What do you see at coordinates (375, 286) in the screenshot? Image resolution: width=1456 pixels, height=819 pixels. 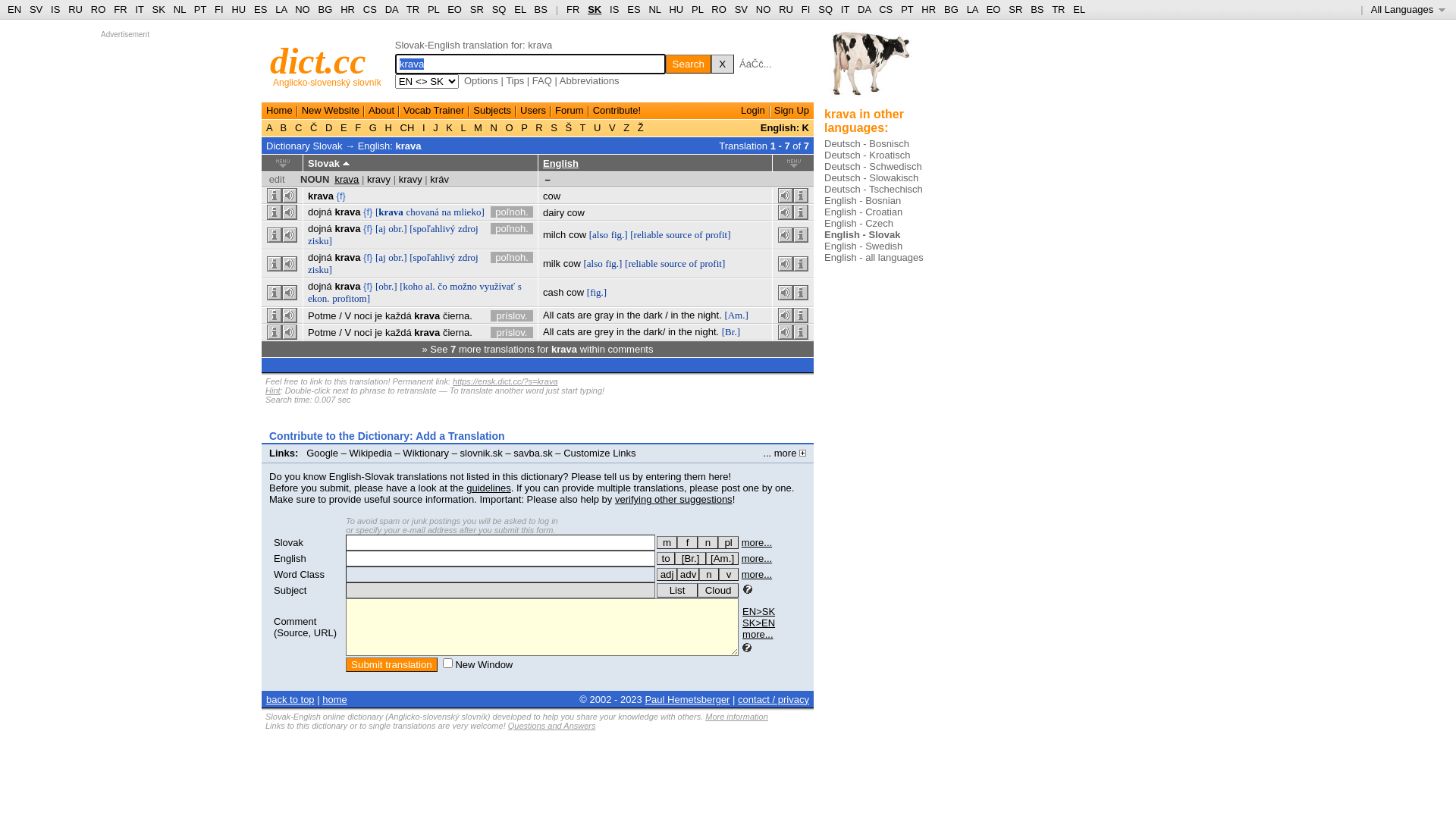 I see `'[obr.]'` at bounding box center [375, 286].